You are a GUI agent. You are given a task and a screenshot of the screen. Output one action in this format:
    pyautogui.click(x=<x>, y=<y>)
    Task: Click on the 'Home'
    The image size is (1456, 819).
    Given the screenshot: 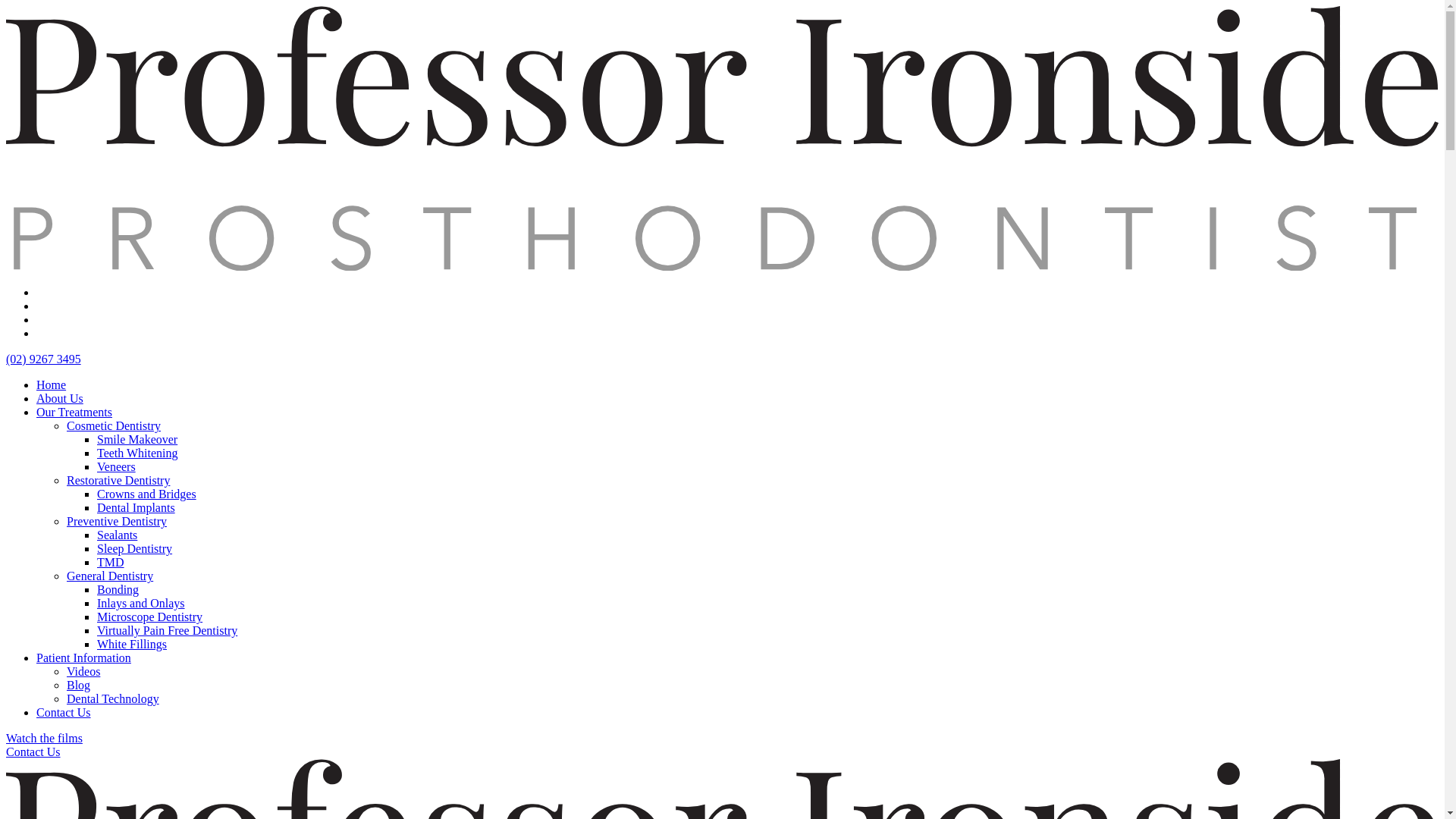 What is the action you would take?
    pyautogui.click(x=51, y=384)
    